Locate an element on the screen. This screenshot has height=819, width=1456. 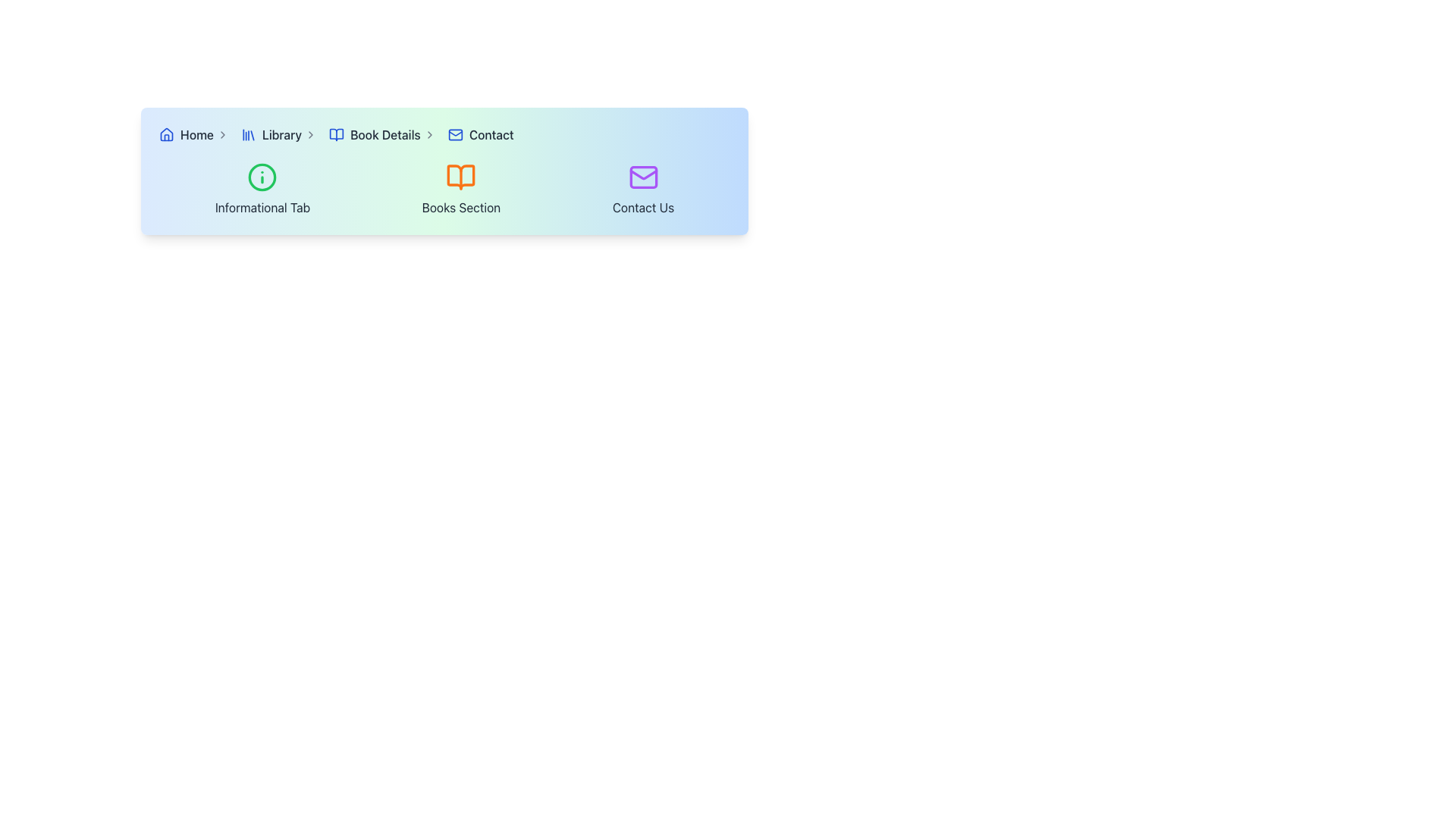
the 'Book Details' icon located near the center of the navigation bar, positioned to the left of the text 'Book Details' is located at coordinates (336, 133).